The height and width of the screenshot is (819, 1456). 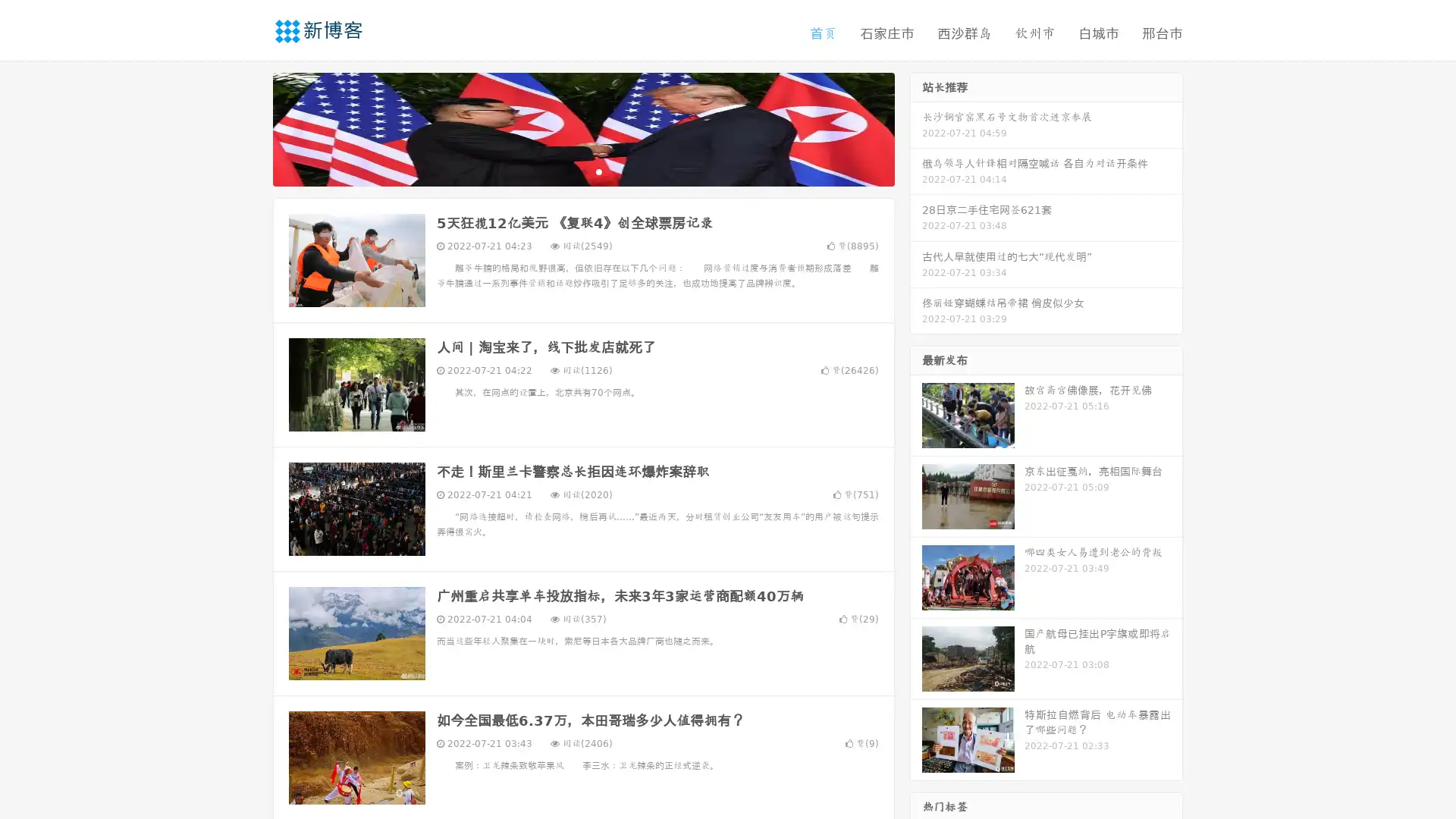 What do you see at coordinates (582, 171) in the screenshot?
I see `Go to slide 2` at bounding box center [582, 171].